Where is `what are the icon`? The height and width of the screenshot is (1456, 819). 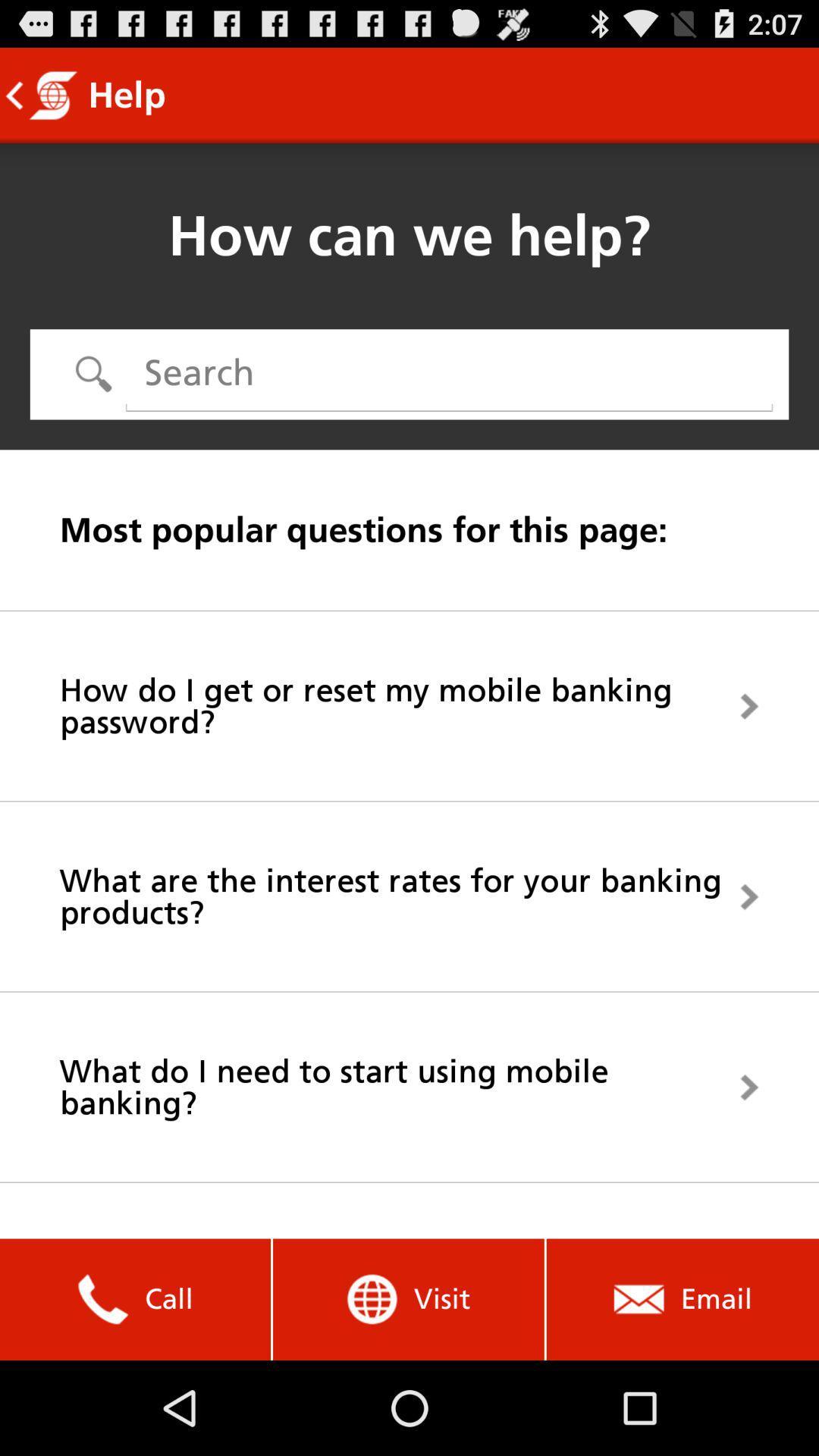 what are the icon is located at coordinates (409, 896).